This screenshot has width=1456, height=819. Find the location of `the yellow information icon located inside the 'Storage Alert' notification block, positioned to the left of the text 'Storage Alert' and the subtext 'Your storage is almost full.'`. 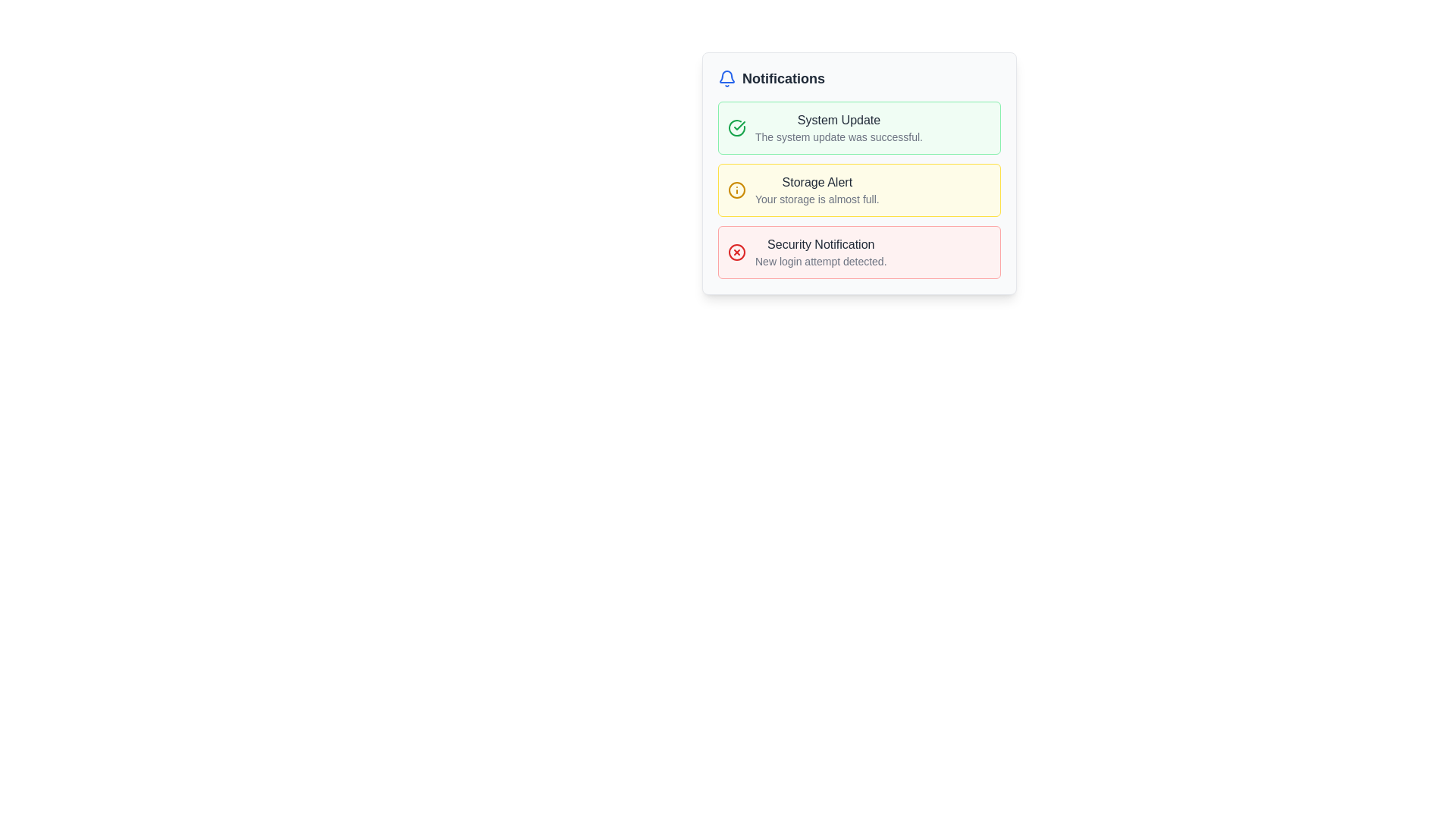

the yellow information icon located inside the 'Storage Alert' notification block, positioned to the left of the text 'Storage Alert' and the subtext 'Your storage is almost full.' is located at coordinates (736, 189).